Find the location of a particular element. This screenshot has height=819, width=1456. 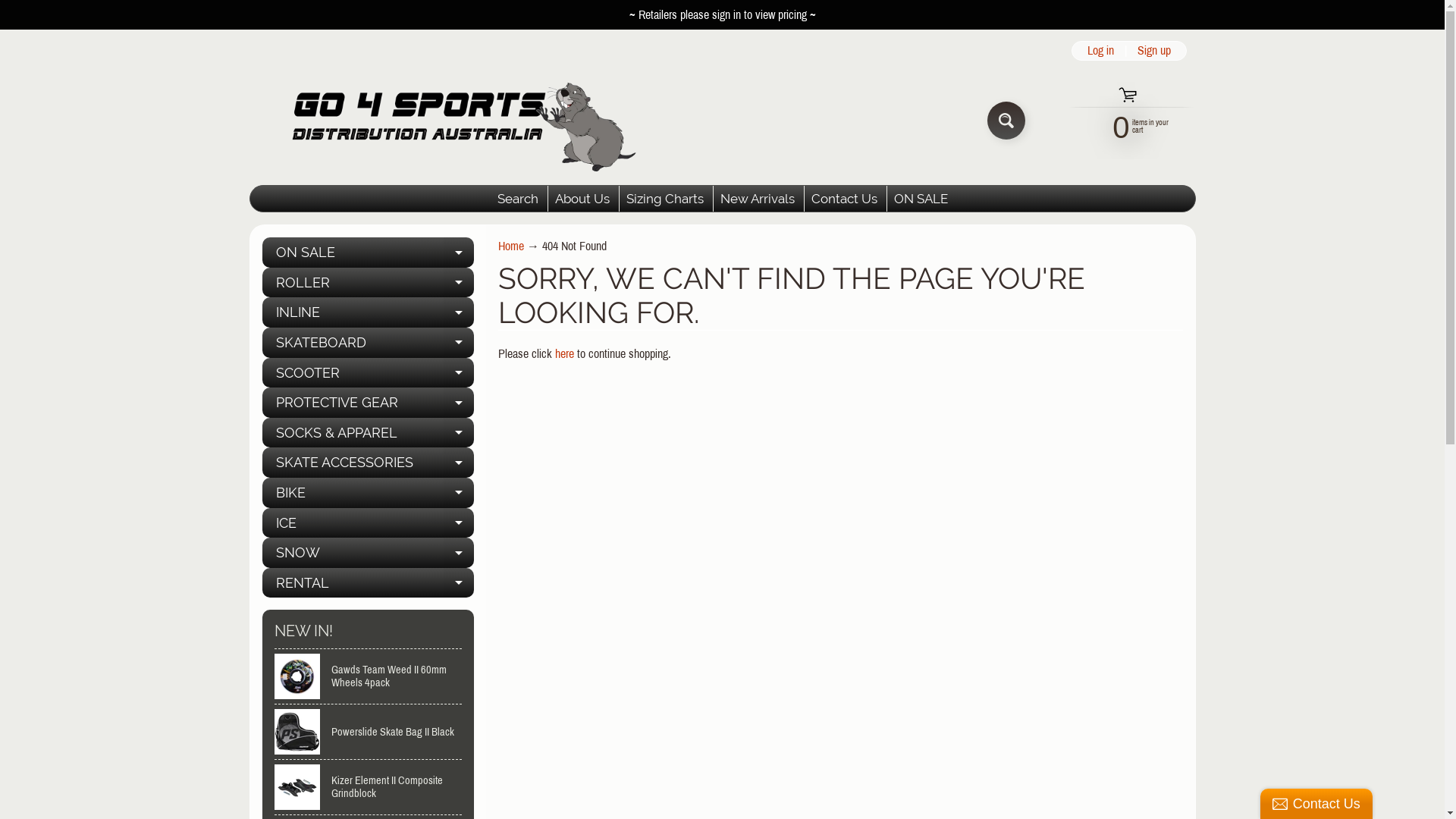

'ROLLER is located at coordinates (368, 283).